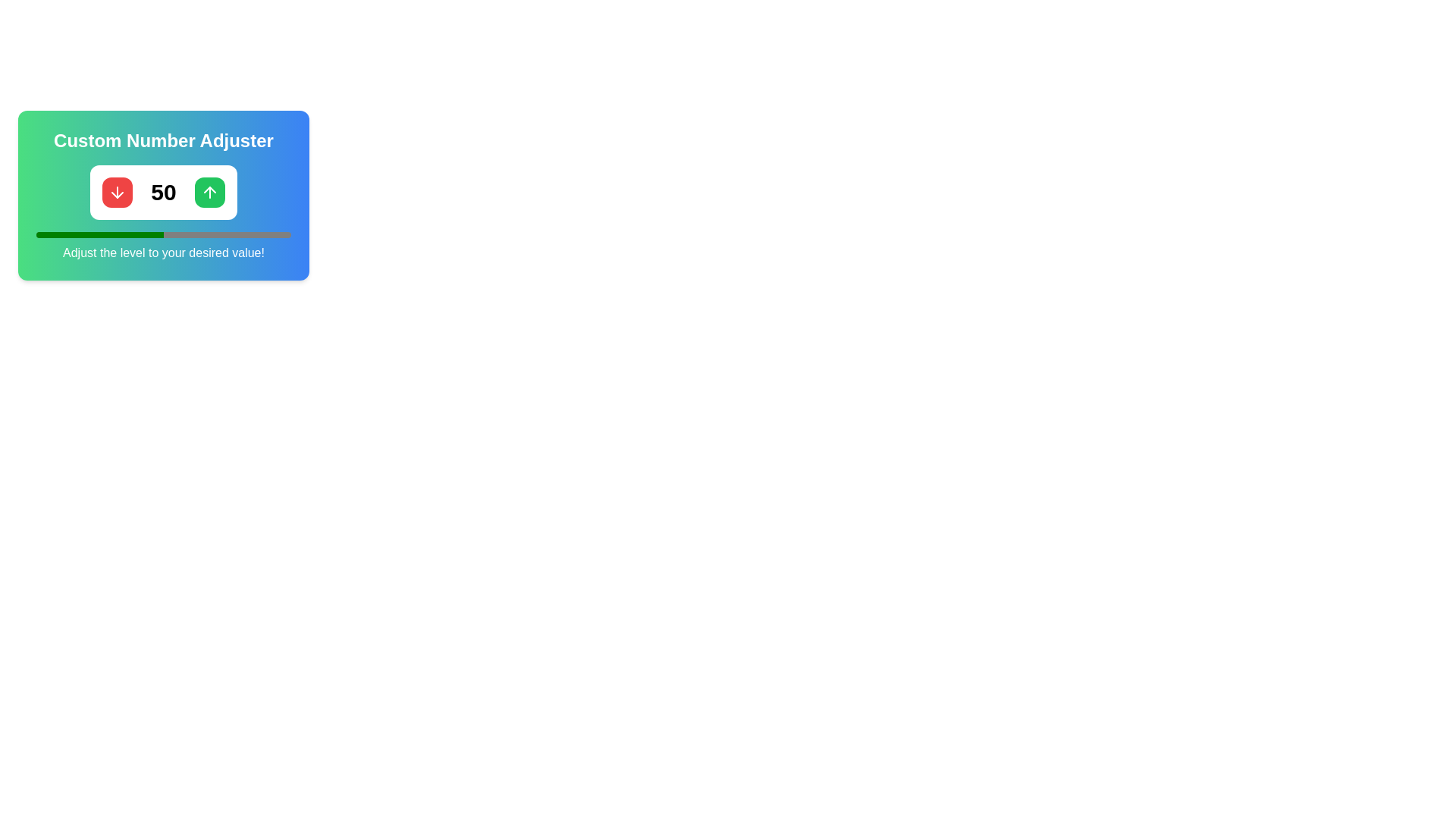 The width and height of the screenshot is (1456, 819). I want to click on the increment button with an upward arrow icon located to the right of the number display '50' in the 'Custom Number Adjuster' interface, so click(209, 192).